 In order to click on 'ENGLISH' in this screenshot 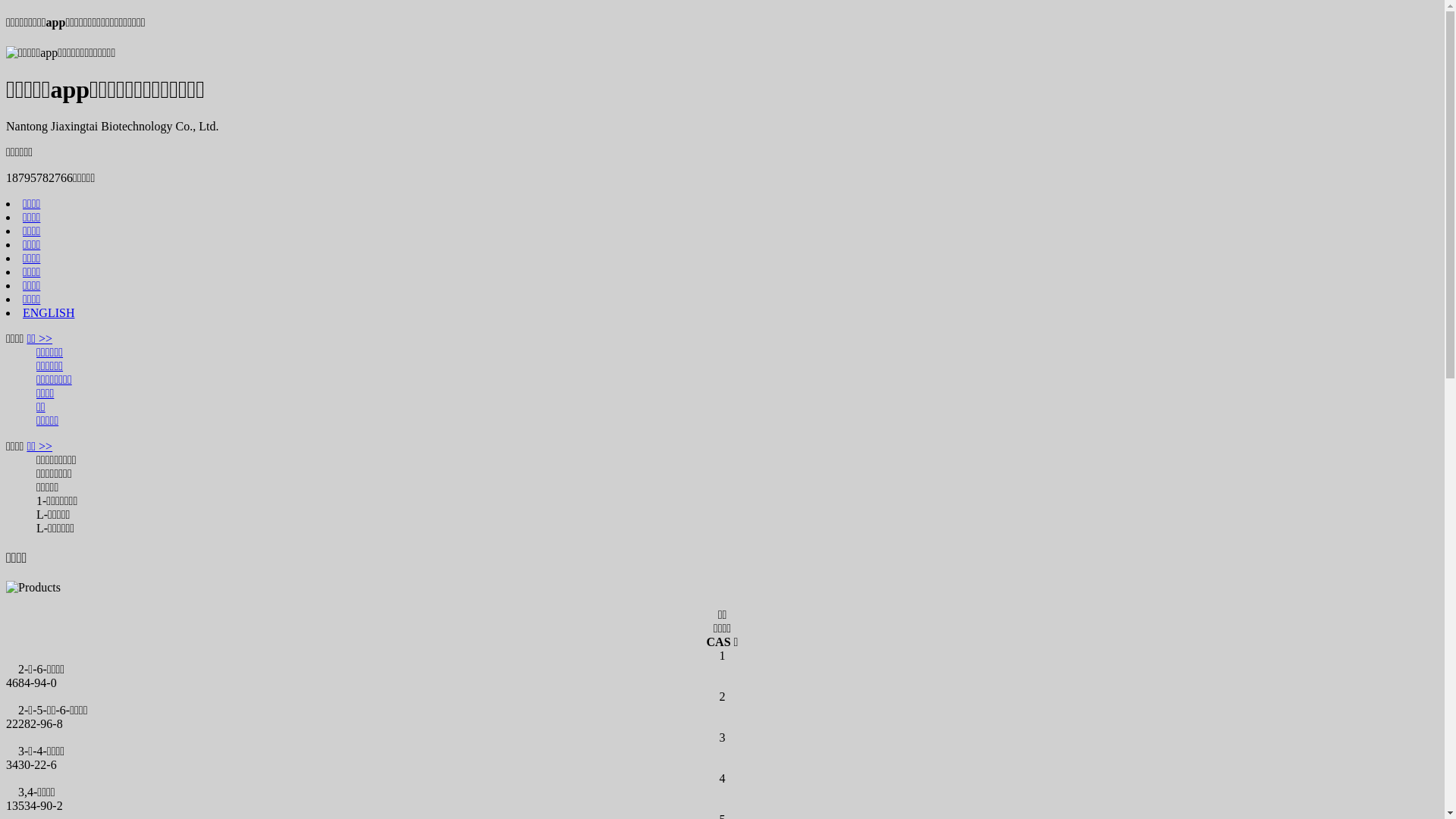, I will do `click(48, 312)`.